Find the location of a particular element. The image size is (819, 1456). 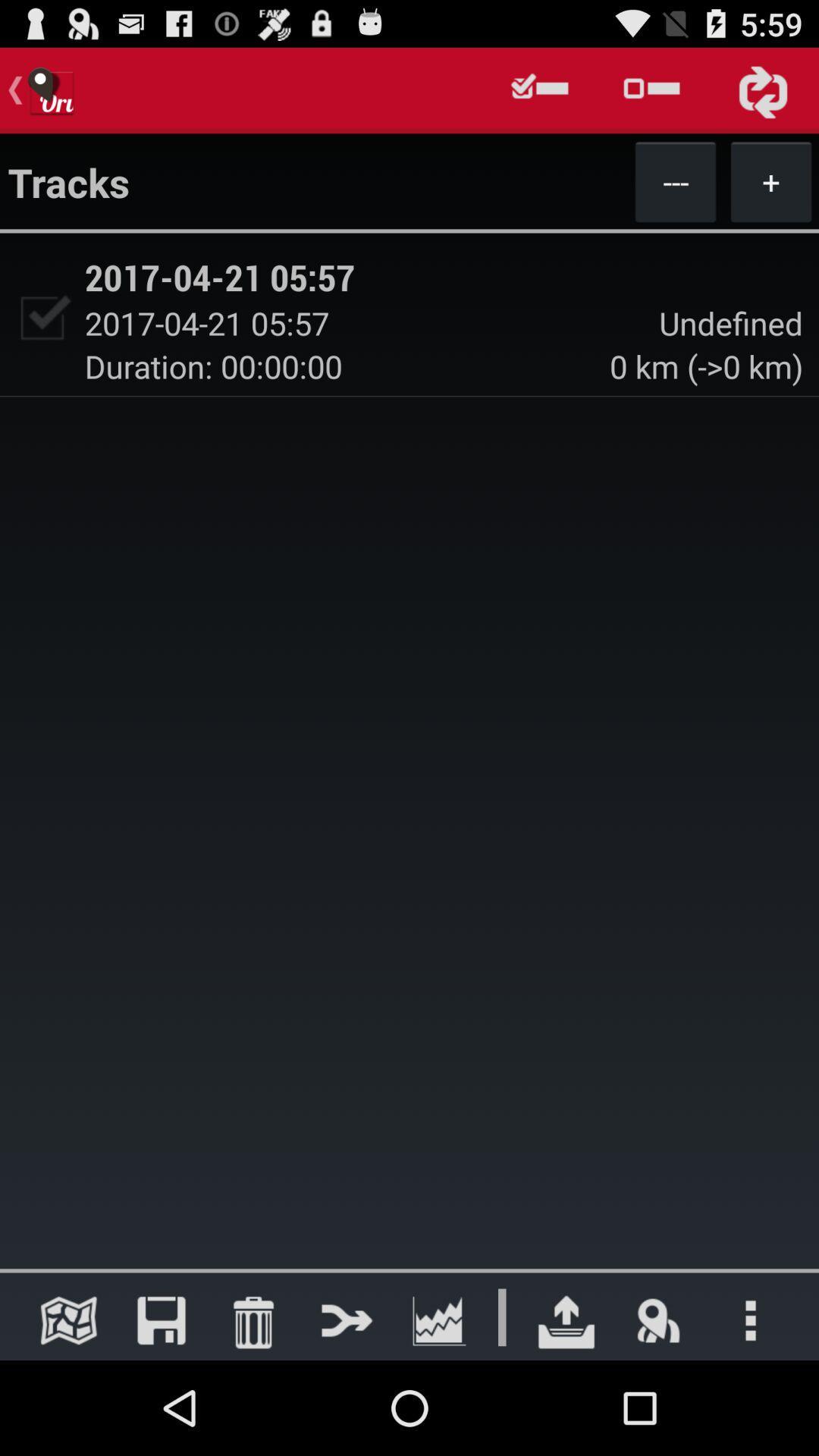

map is located at coordinates (68, 1319).